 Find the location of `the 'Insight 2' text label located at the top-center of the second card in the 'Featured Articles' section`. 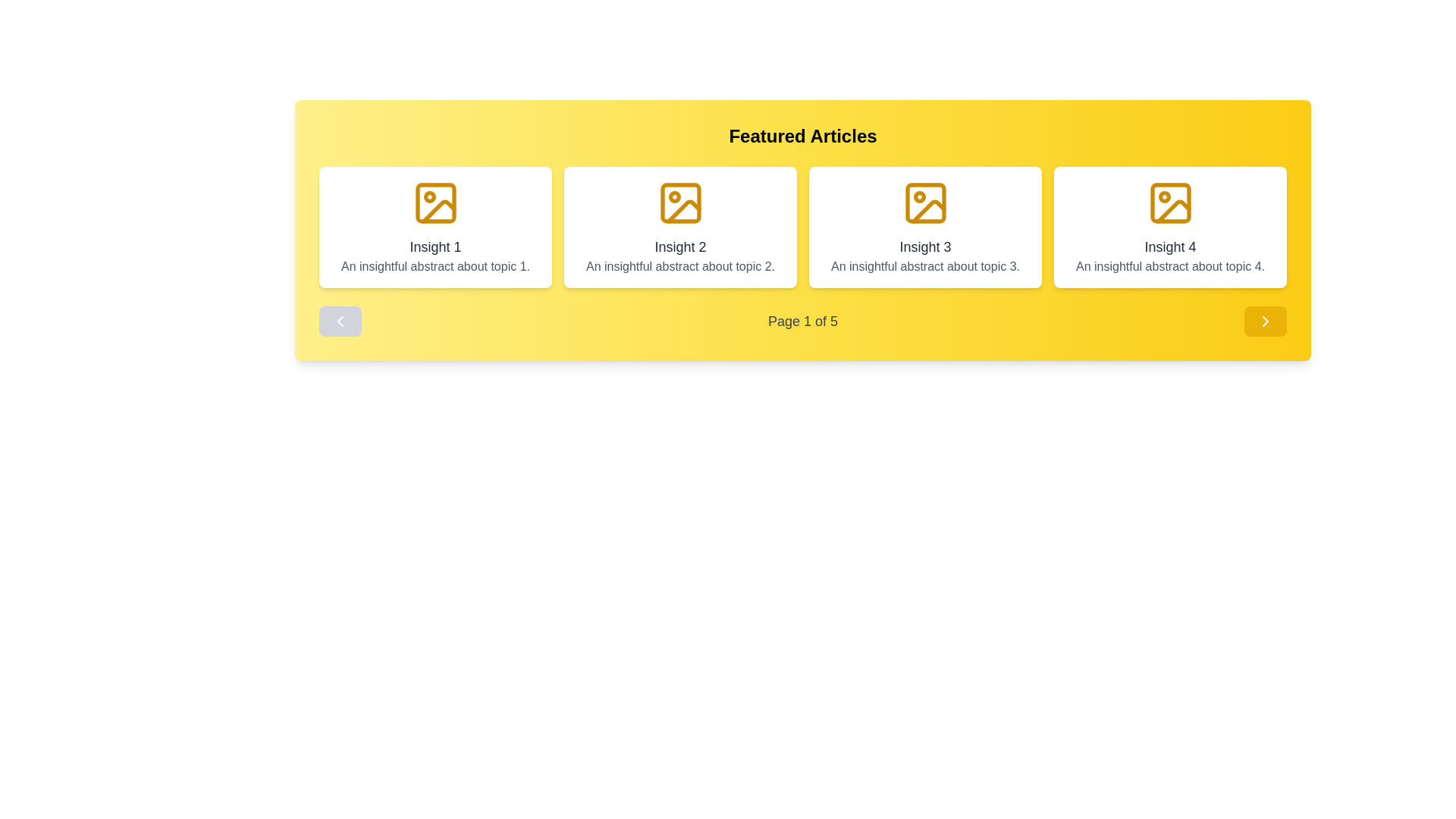

the 'Insight 2' text label located at the top-center of the second card in the 'Featured Articles' section is located at coordinates (679, 246).